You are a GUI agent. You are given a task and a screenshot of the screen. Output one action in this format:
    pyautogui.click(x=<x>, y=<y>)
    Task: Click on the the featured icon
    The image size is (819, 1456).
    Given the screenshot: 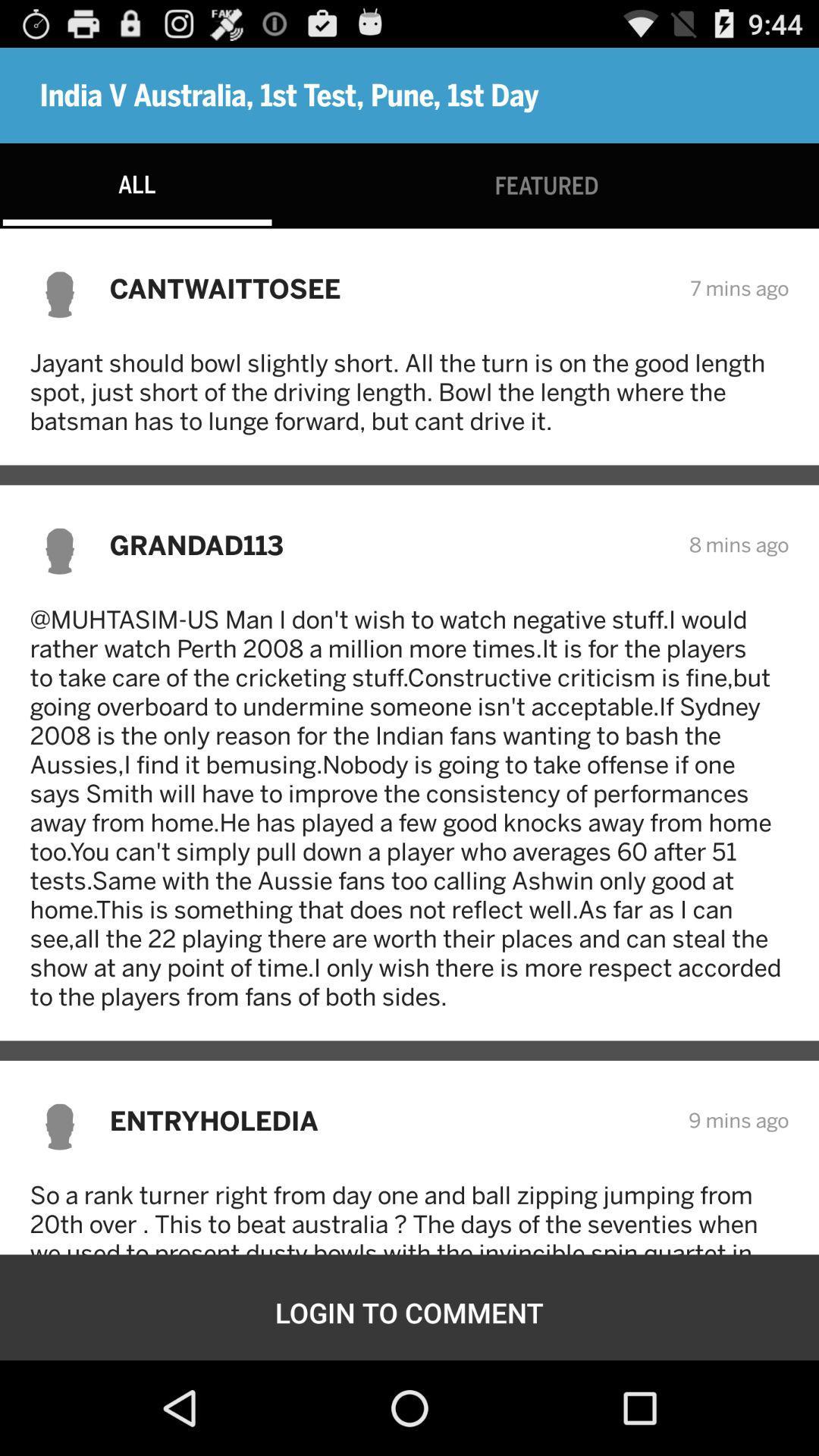 What is the action you would take?
    pyautogui.click(x=547, y=185)
    